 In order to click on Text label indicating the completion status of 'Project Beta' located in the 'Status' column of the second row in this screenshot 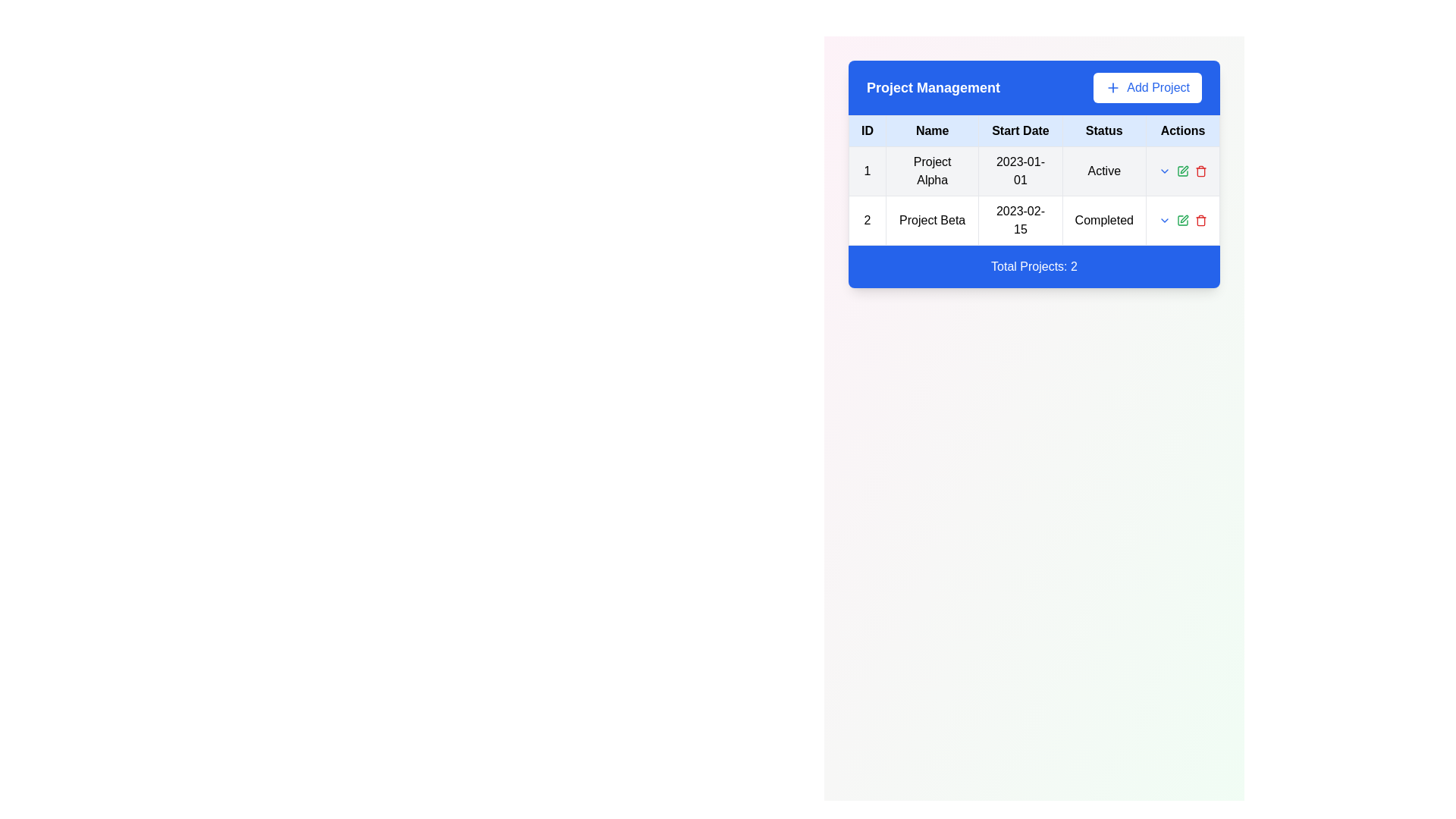, I will do `click(1104, 220)`.